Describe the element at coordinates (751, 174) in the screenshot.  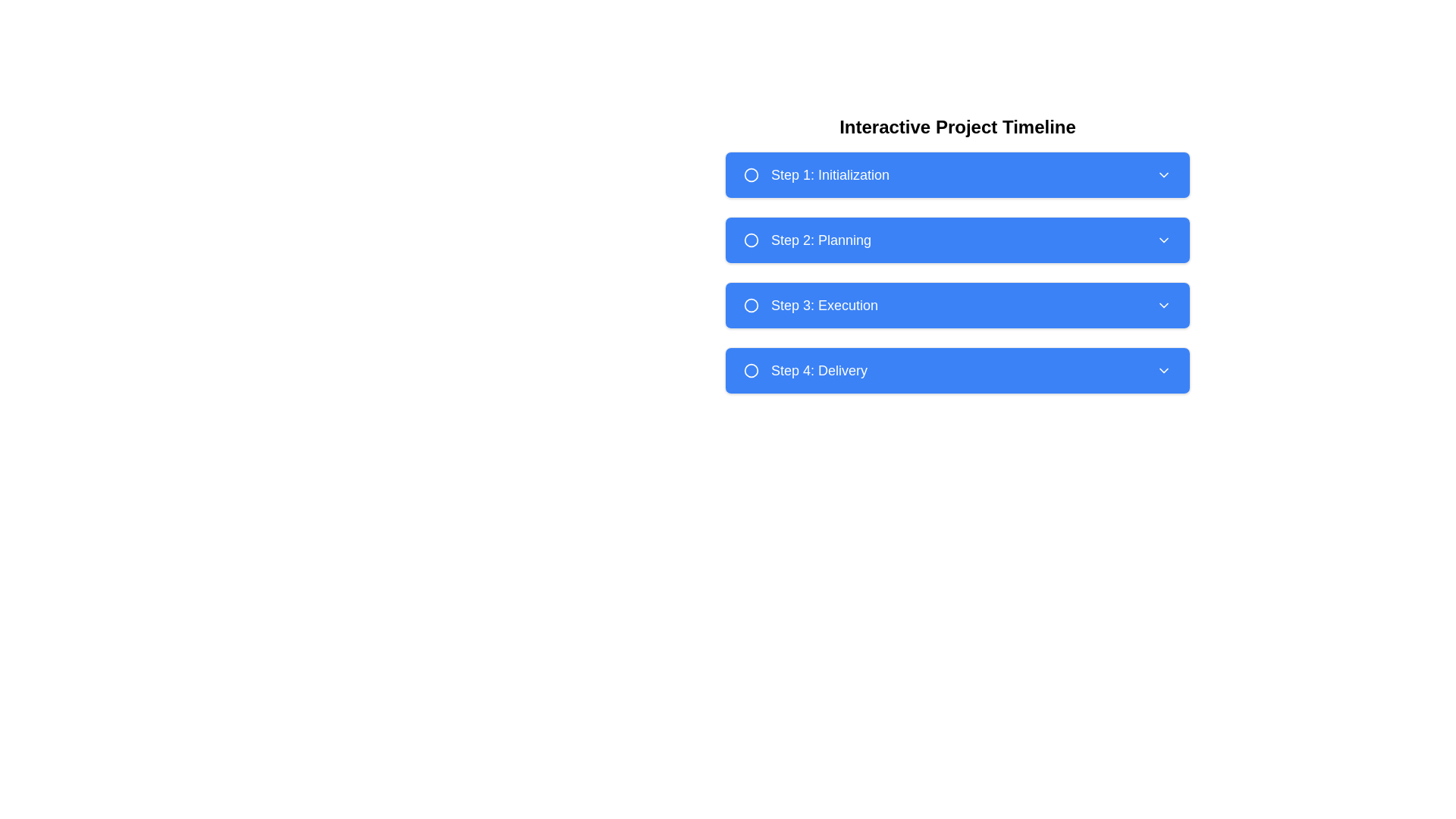
I see `the first circular icon with a hollow center and white stroke, located beside the text 'Step 1: Initialization'` at that location.